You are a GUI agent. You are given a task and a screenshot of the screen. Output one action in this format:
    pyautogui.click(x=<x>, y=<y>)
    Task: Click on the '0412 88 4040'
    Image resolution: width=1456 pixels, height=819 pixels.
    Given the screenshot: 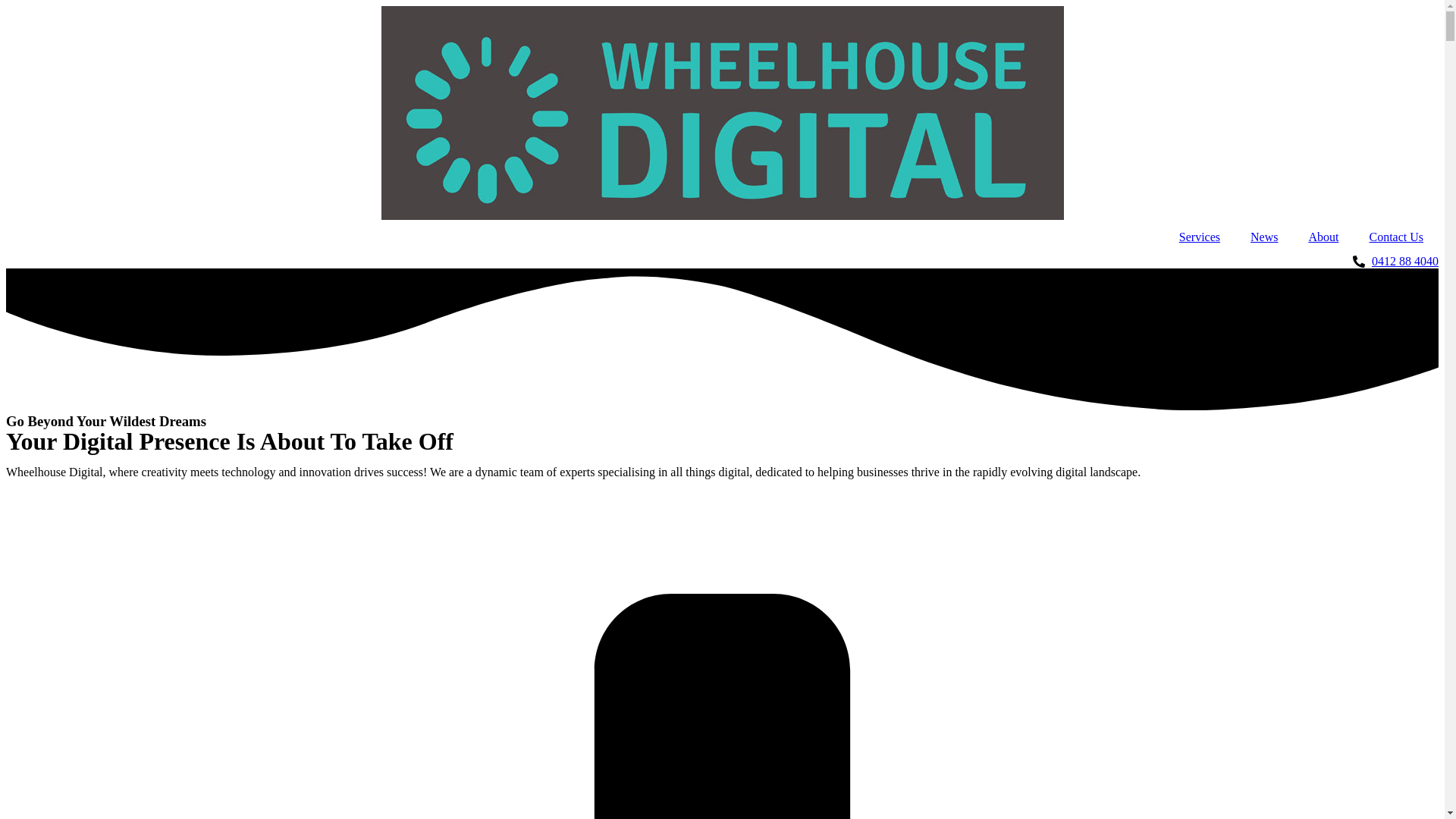 What is the action you would take?
    pyautogui.click(x=721, y=260)
    